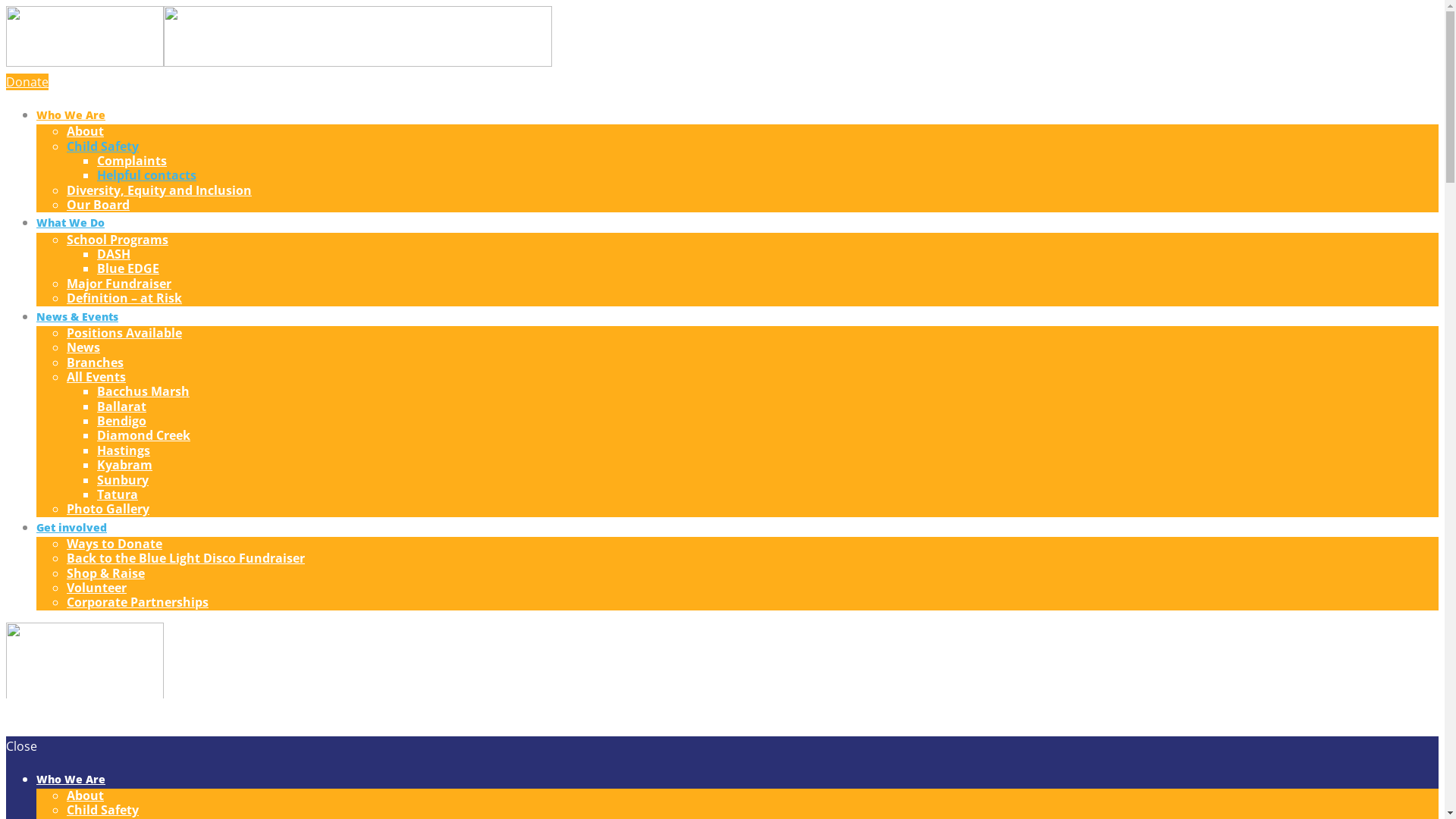  I want to click on 'What We Do', so click(36, 222).